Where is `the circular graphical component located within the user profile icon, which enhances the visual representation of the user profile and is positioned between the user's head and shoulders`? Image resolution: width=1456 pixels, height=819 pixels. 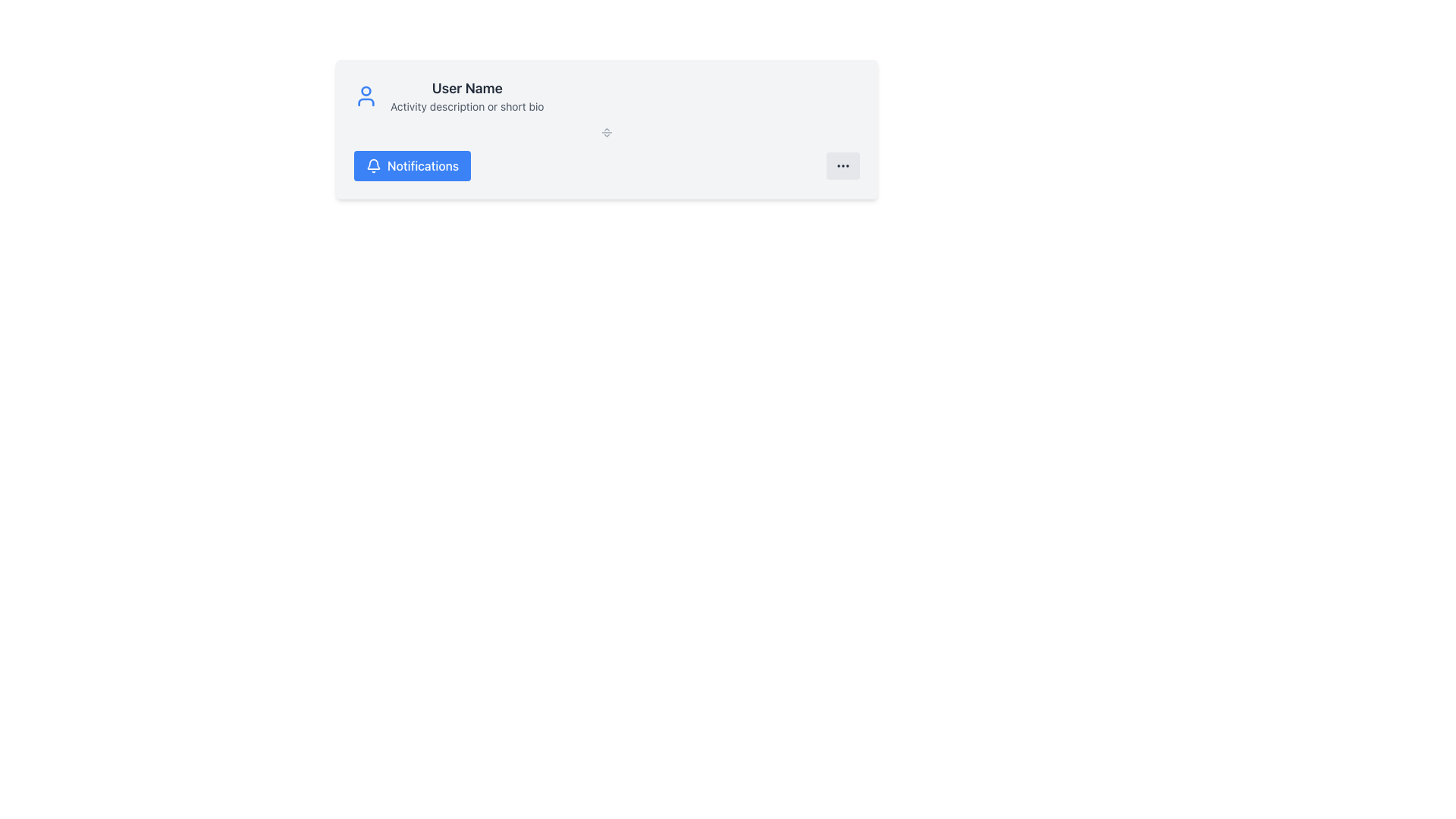 the circular graphical component located within the user profile icon, which enhances the visual representation of the user profile and is positioned between the user's head and shoulders is located at coordinates (366, 90).